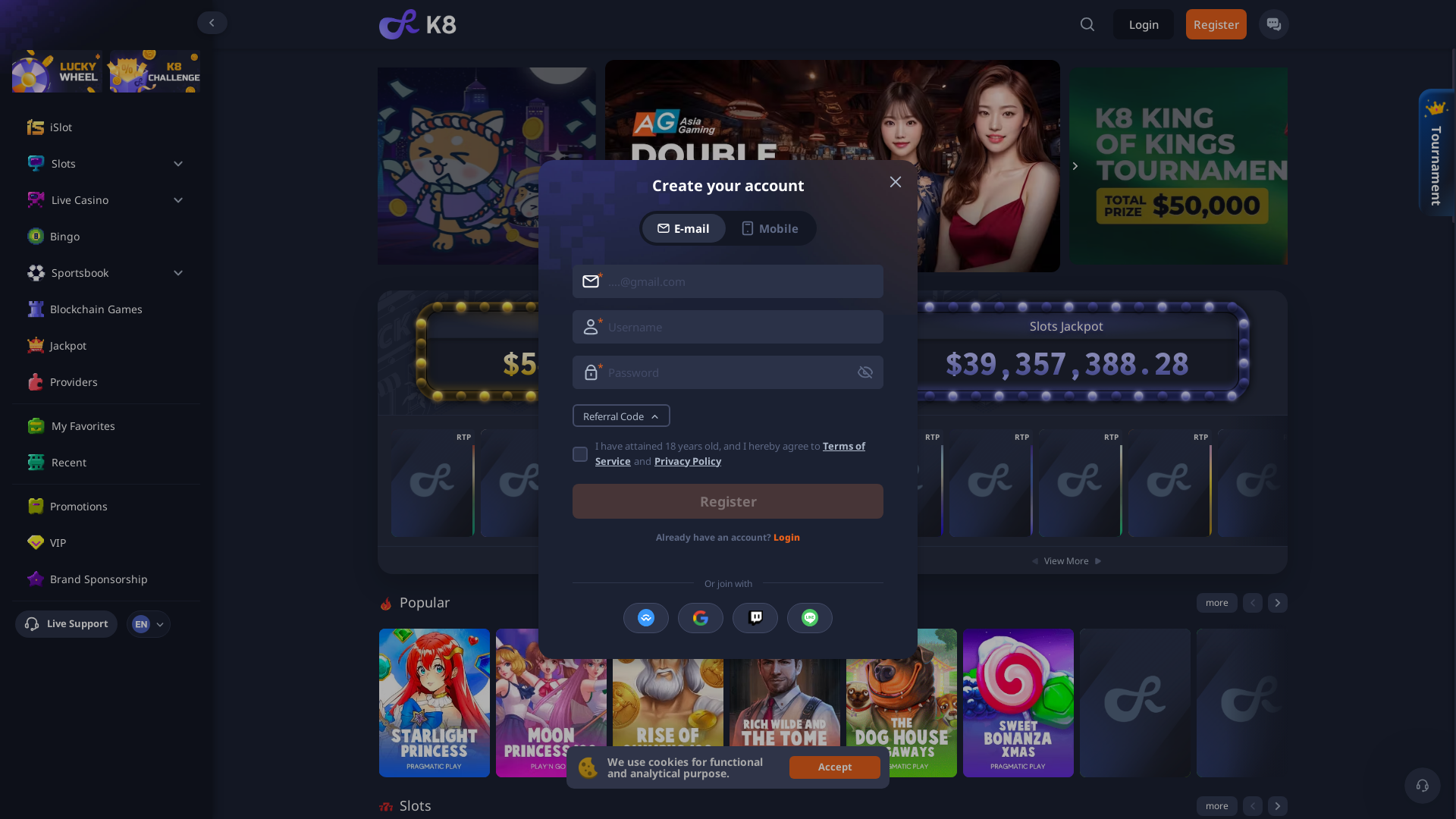 This screenshot has width=1456, height=819. I want to click on 'VIP Baccarat', so click(432, 482).